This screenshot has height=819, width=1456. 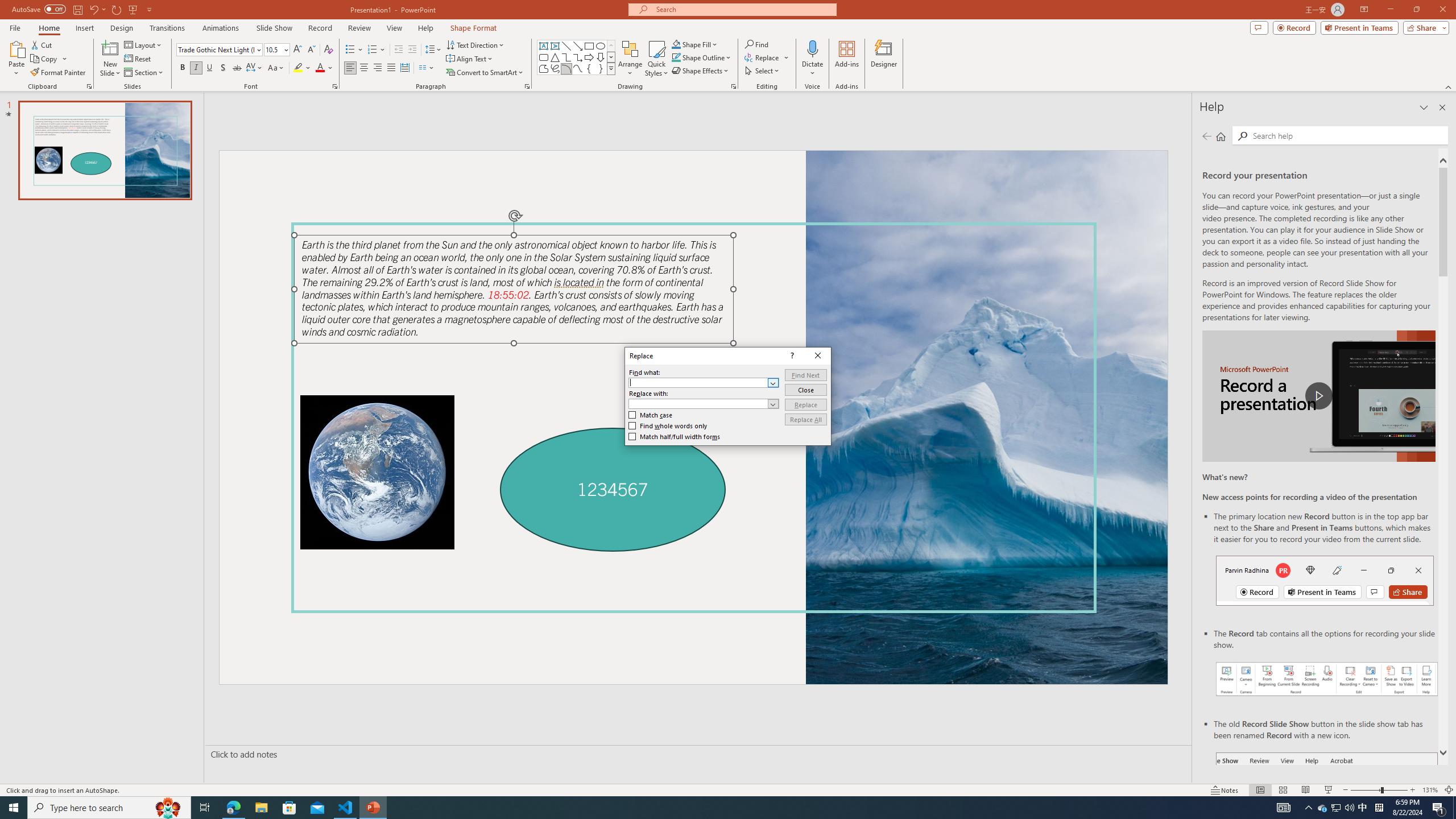 What do you see at coordinates (320, 67) in the screenshot?
I see `'Font Color Red'` at bounding box center [320, 67].